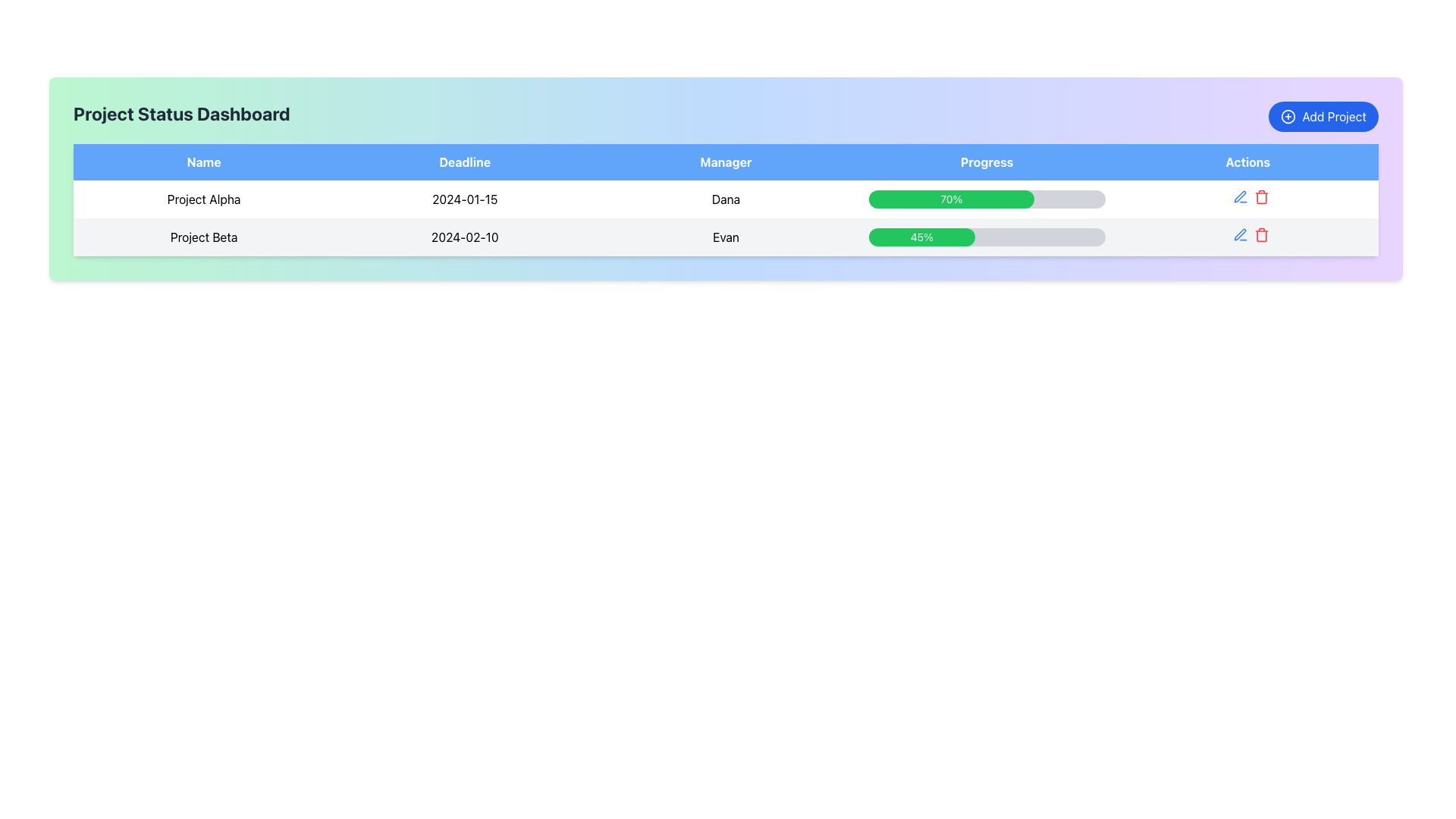 The height and width of the screenshot is (819, 1456). What do you see at coordinates (950, 198) in the screenshot?
I see `the Progress Bar located in the 'Progress' column of the first row in the dashboard table, which indicates 70% completion` at bounding box center [950, 198].